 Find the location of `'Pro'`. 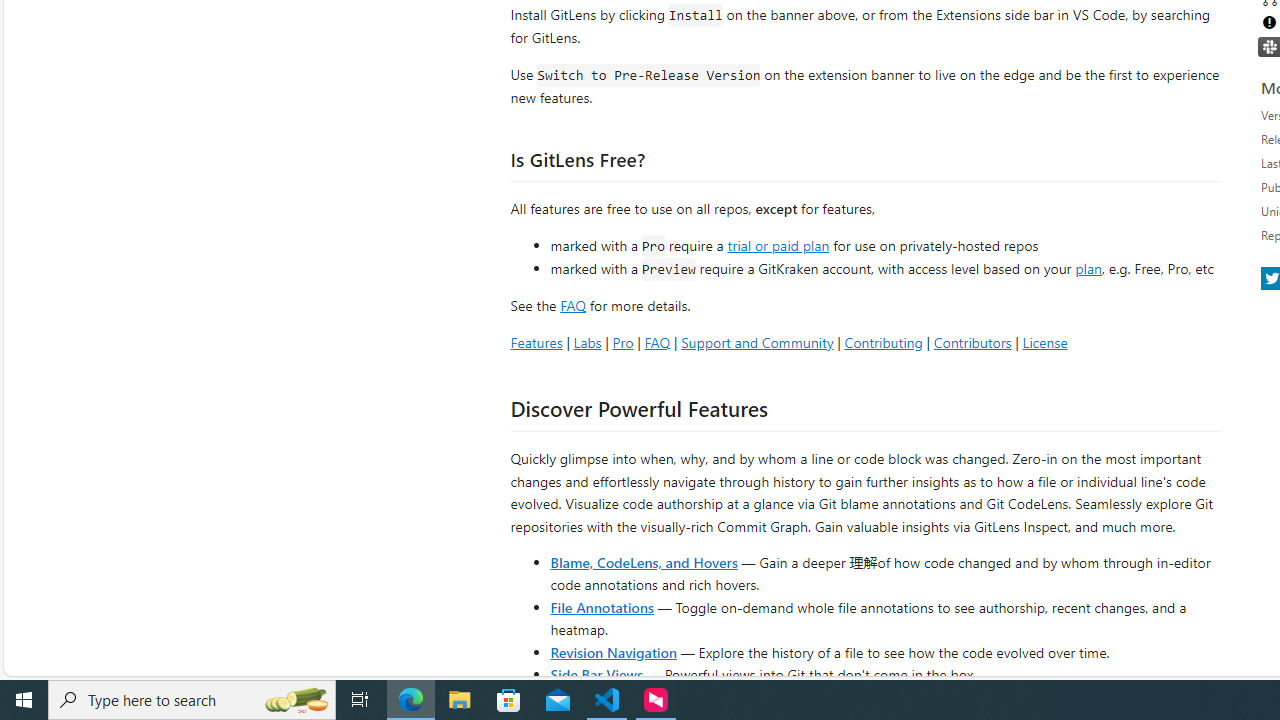

'Pro' is located at coordinates (621, 341).